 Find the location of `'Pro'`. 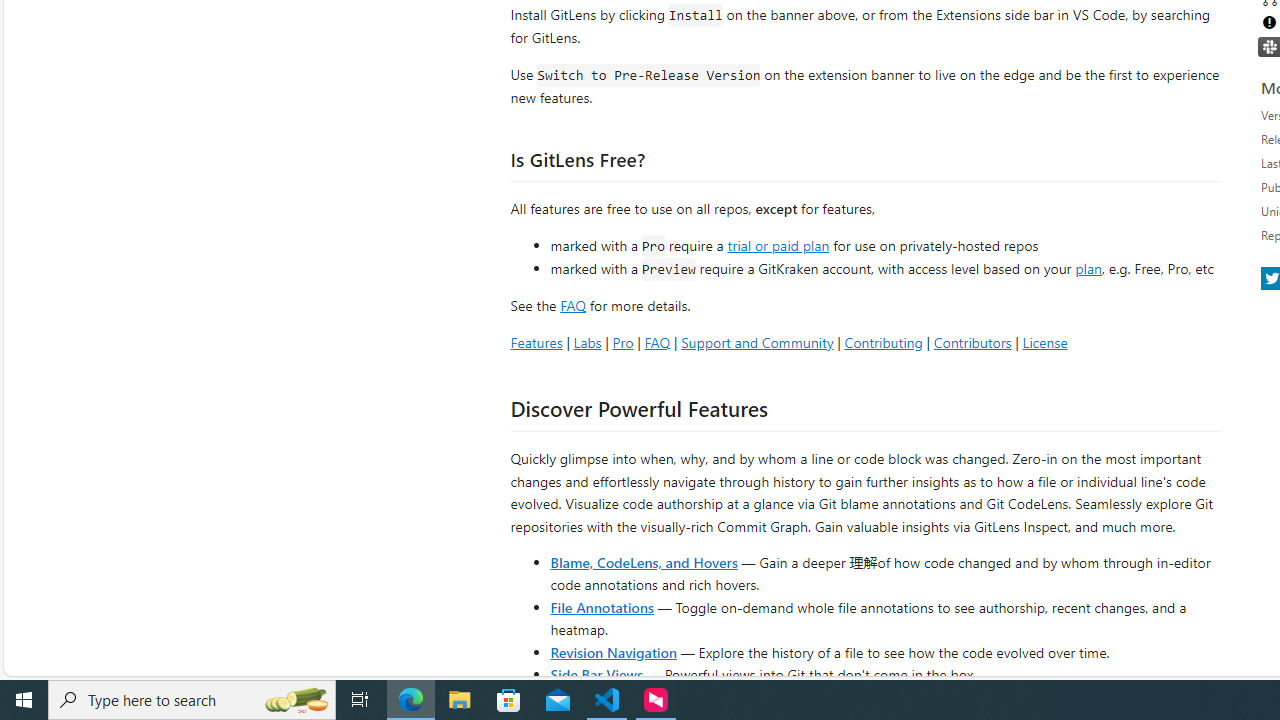

'Pro' is located at coordinates (621, 341).